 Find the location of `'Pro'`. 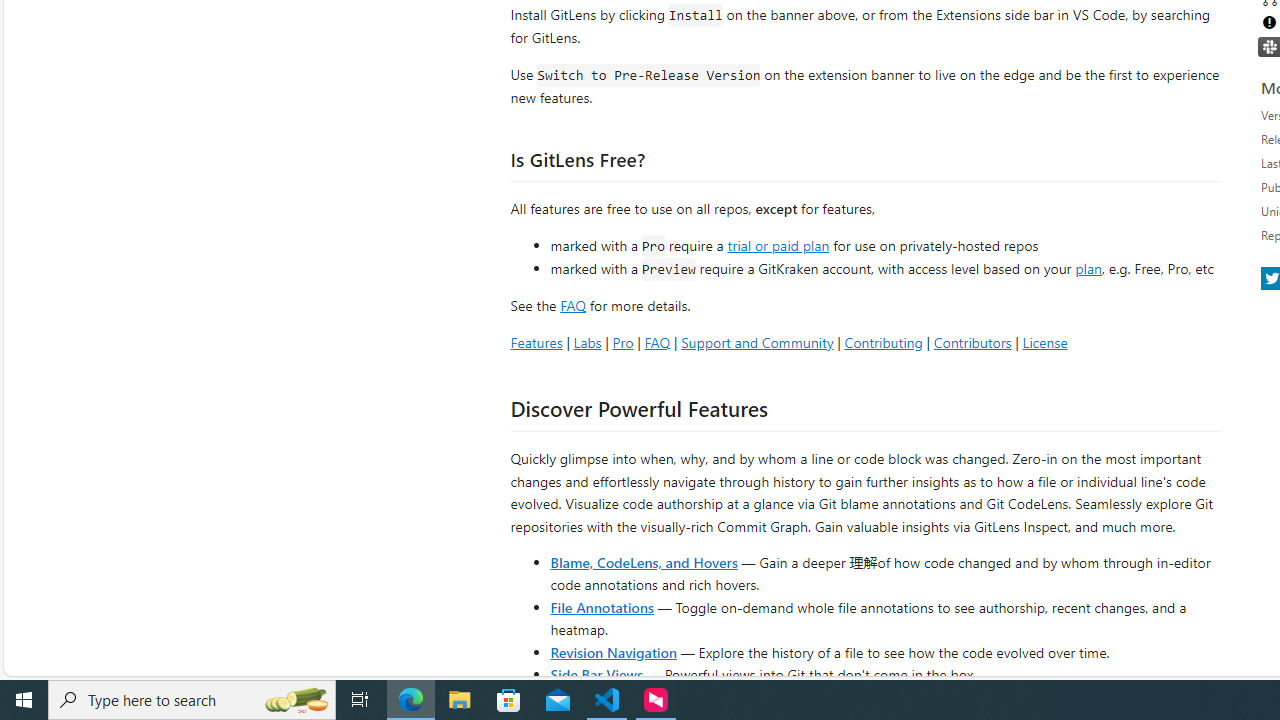

'Pro' is located at coordinates (621, 341).